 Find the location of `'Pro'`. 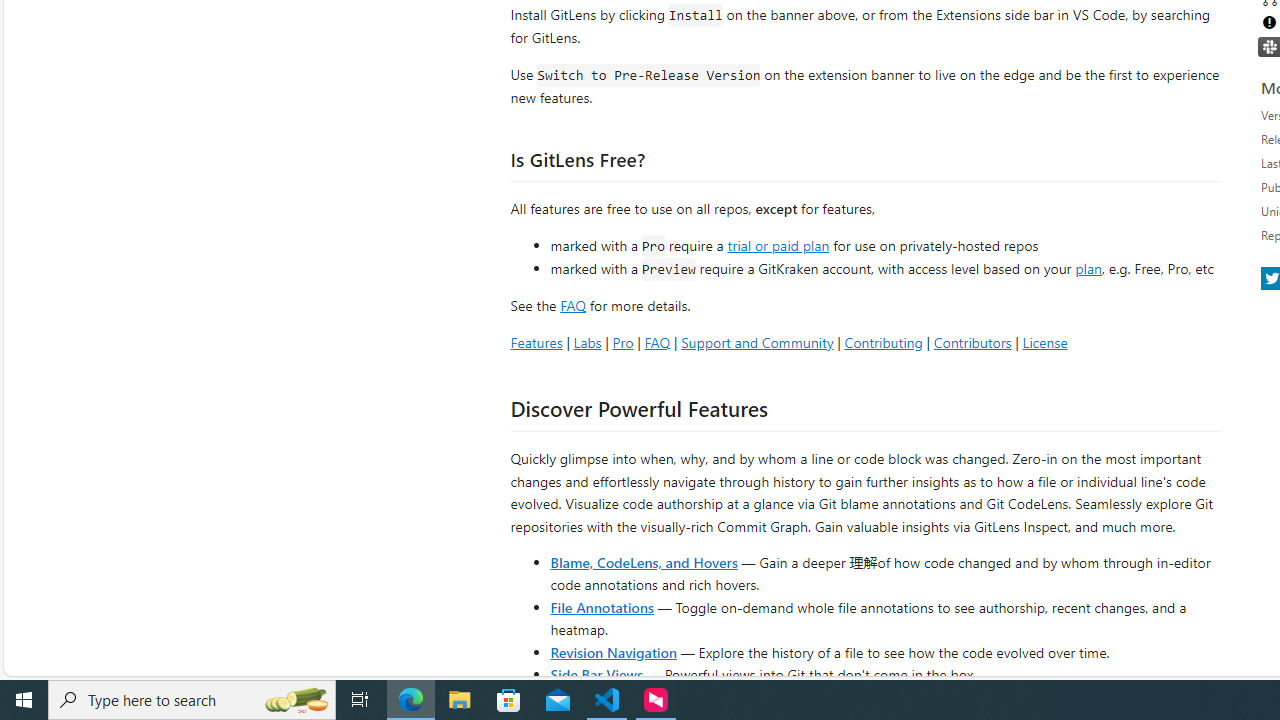

'Pro' is located at coordinates (621, 341).